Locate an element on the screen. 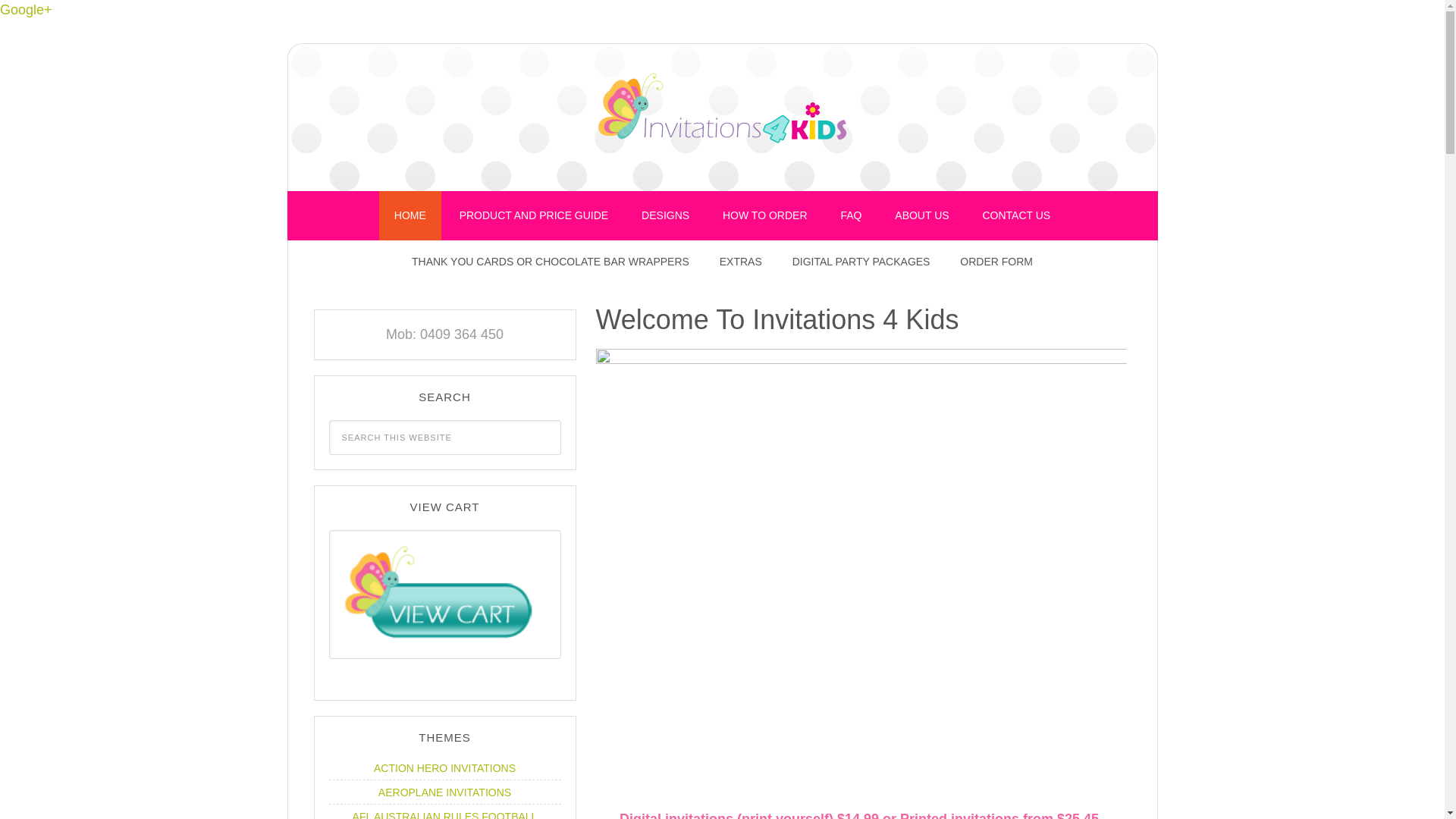  'ORDER FORM' is located at coordinates (996, 261).